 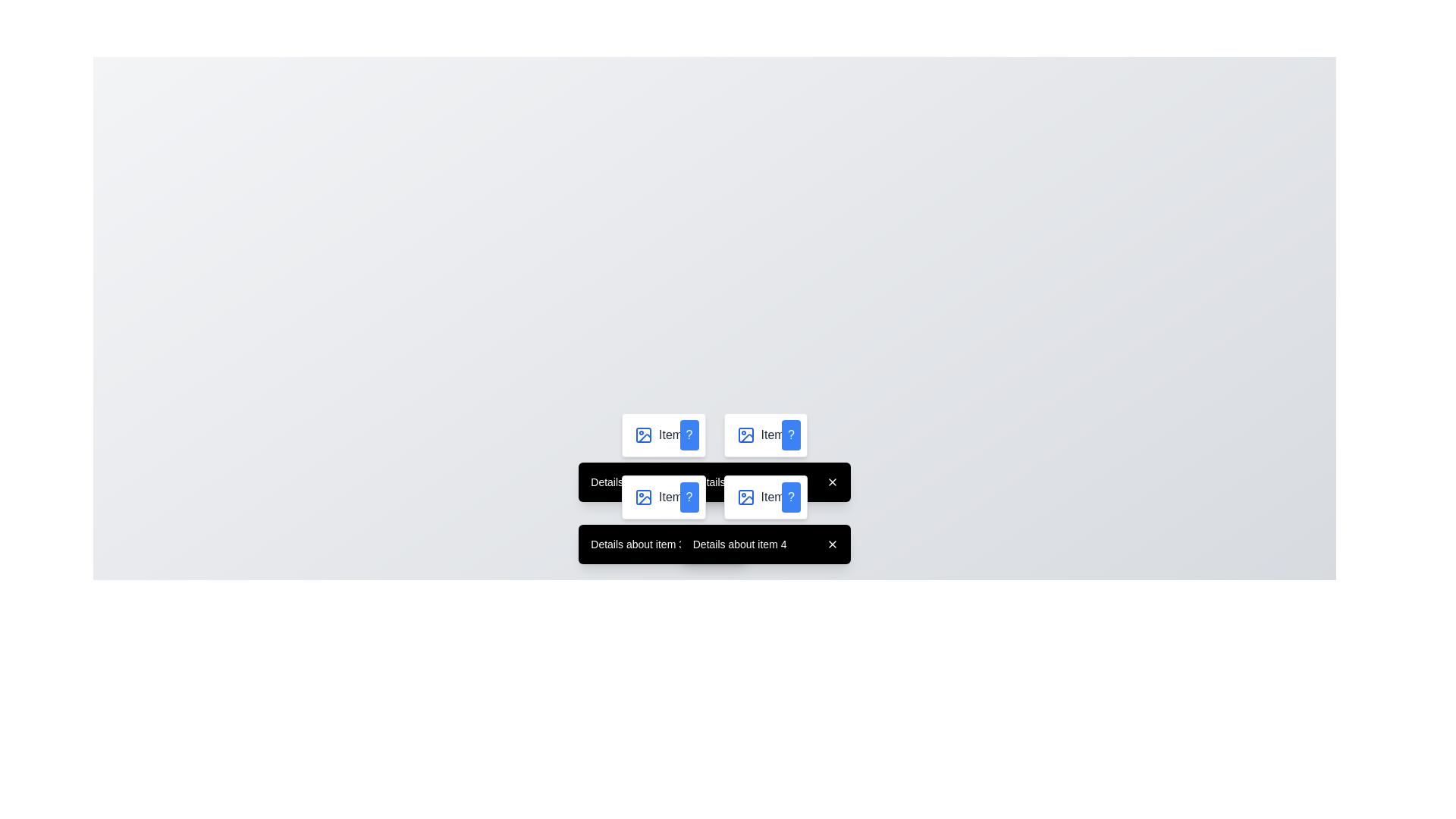 I want to click on the text element displaying 'Item 3', which is styled in gray and positioned to the right of a small blue image icon, so click(x=675, y=497).